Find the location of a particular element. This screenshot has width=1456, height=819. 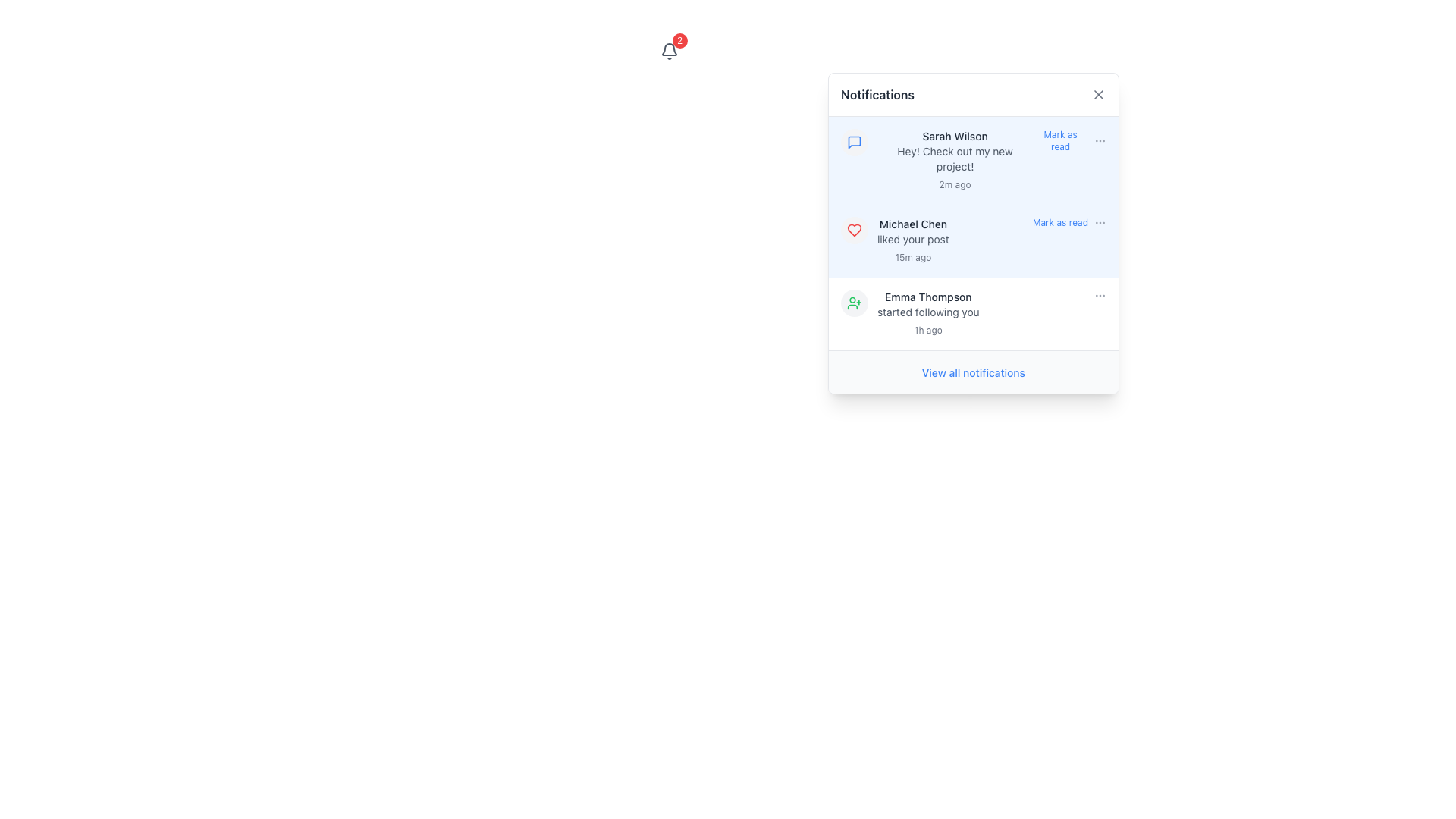

the notification trigger button located in the top-right corner of the layout is located at coordinates (668, 51).